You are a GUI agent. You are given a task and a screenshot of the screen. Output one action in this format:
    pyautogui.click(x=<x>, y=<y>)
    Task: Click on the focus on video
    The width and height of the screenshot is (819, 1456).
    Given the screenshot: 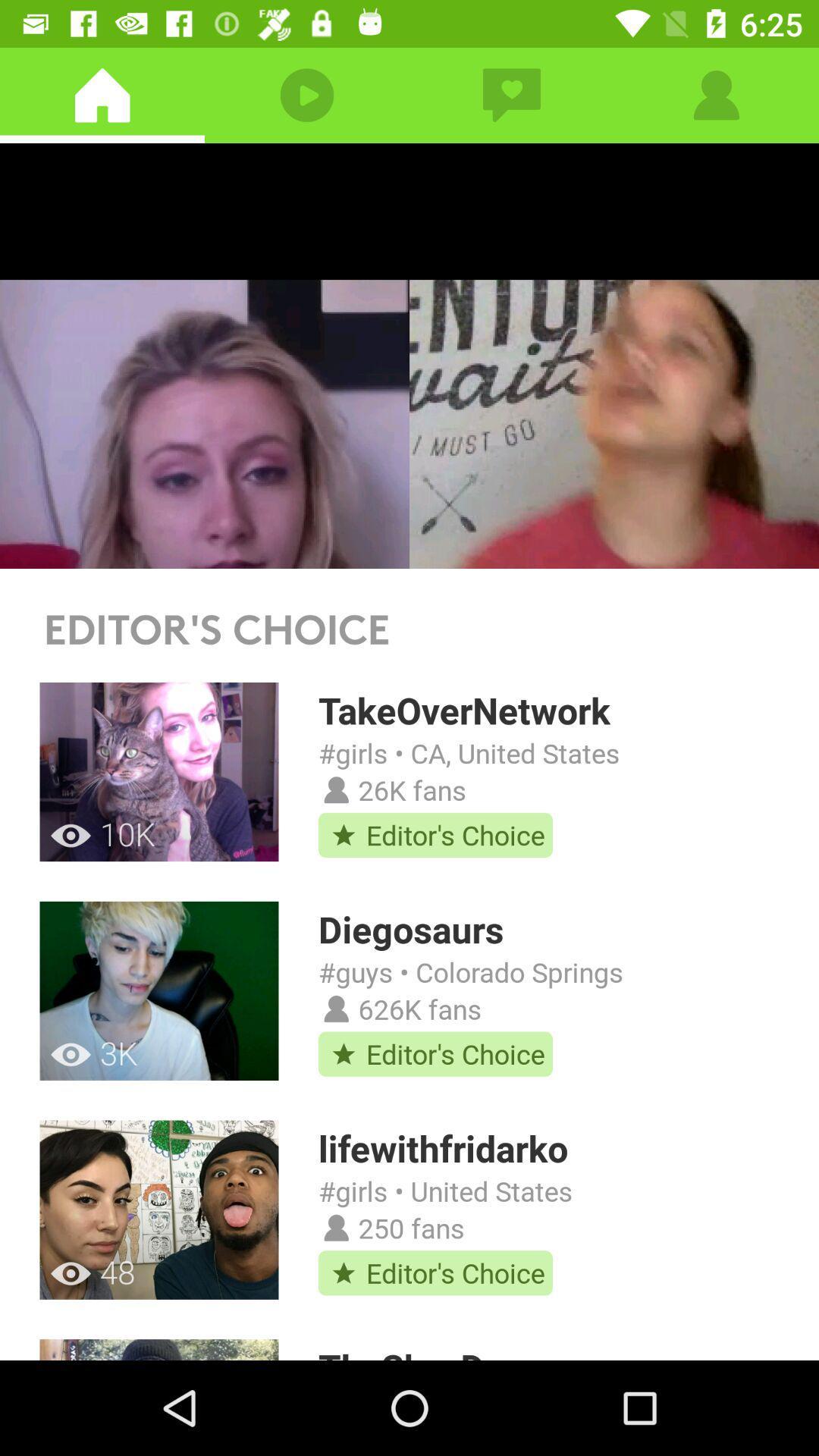 What is the action you would take?
    pyautogui.click(x=409, y=355)
    